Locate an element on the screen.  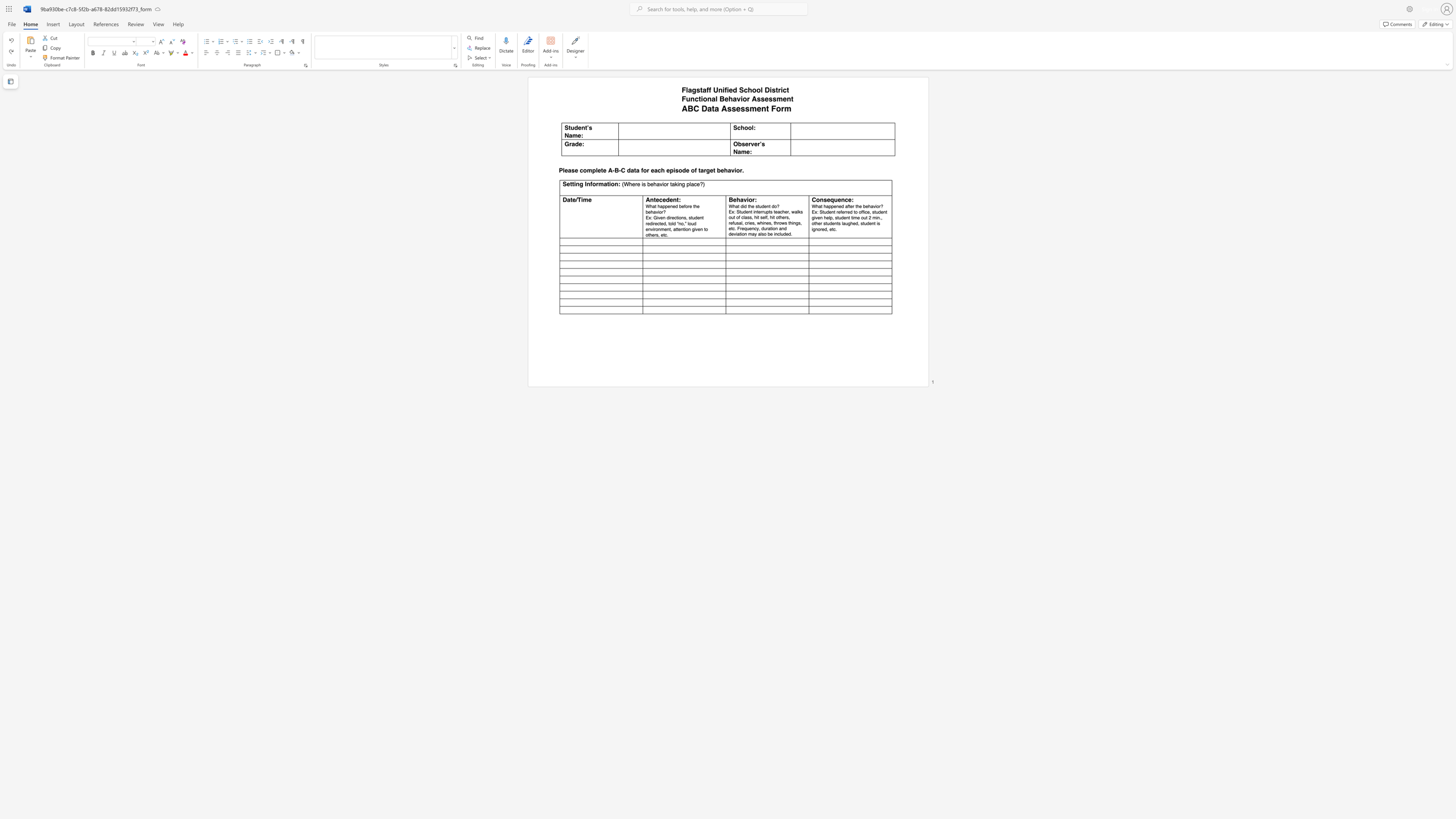
the subset text "ata As" within the text "ABC Data Assessment Form" is located at coordinates (707, 108).